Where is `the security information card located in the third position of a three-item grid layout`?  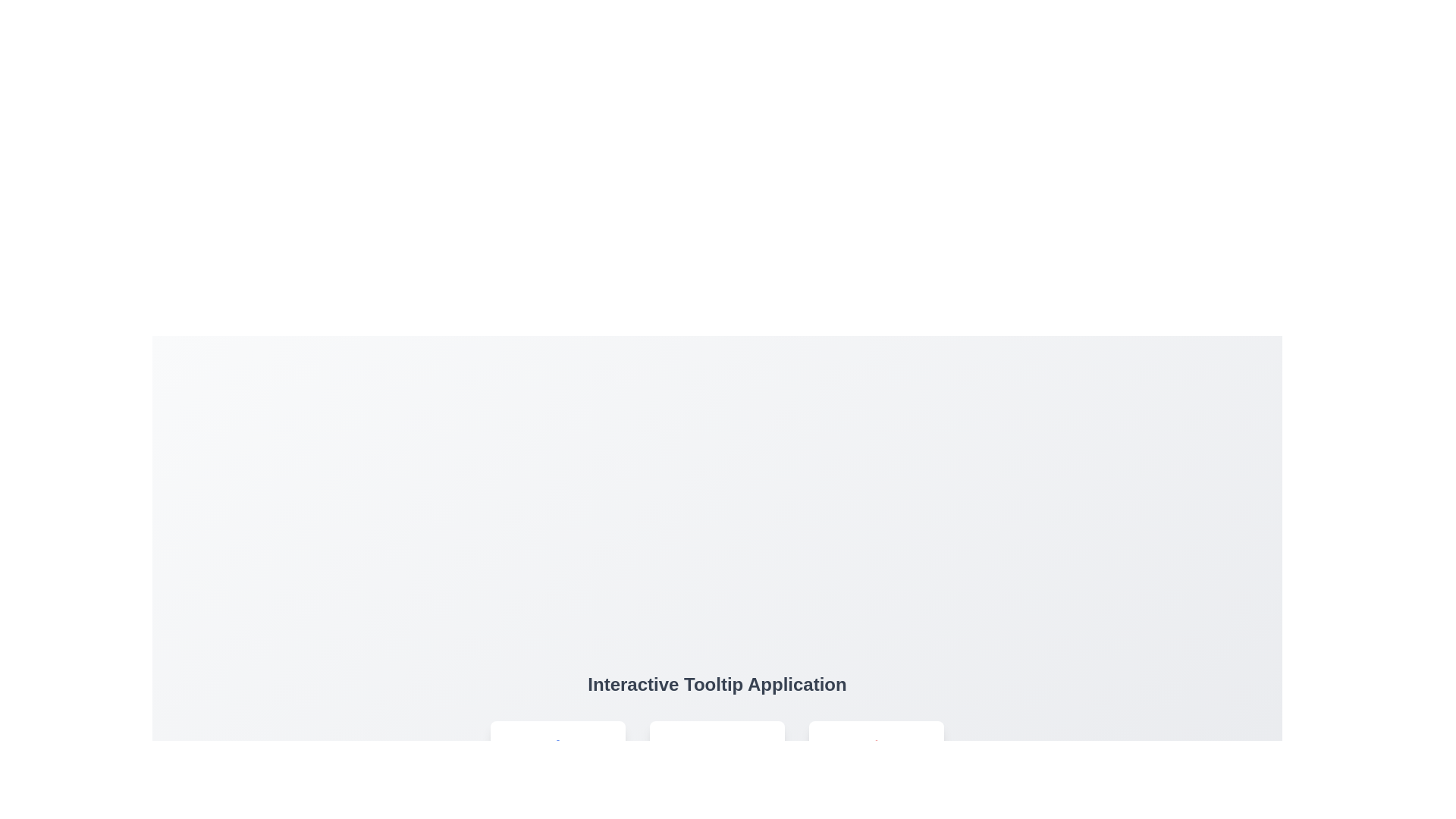
the security information card located in the third position of a three-item grid layout is located at coordinates (877, 769).